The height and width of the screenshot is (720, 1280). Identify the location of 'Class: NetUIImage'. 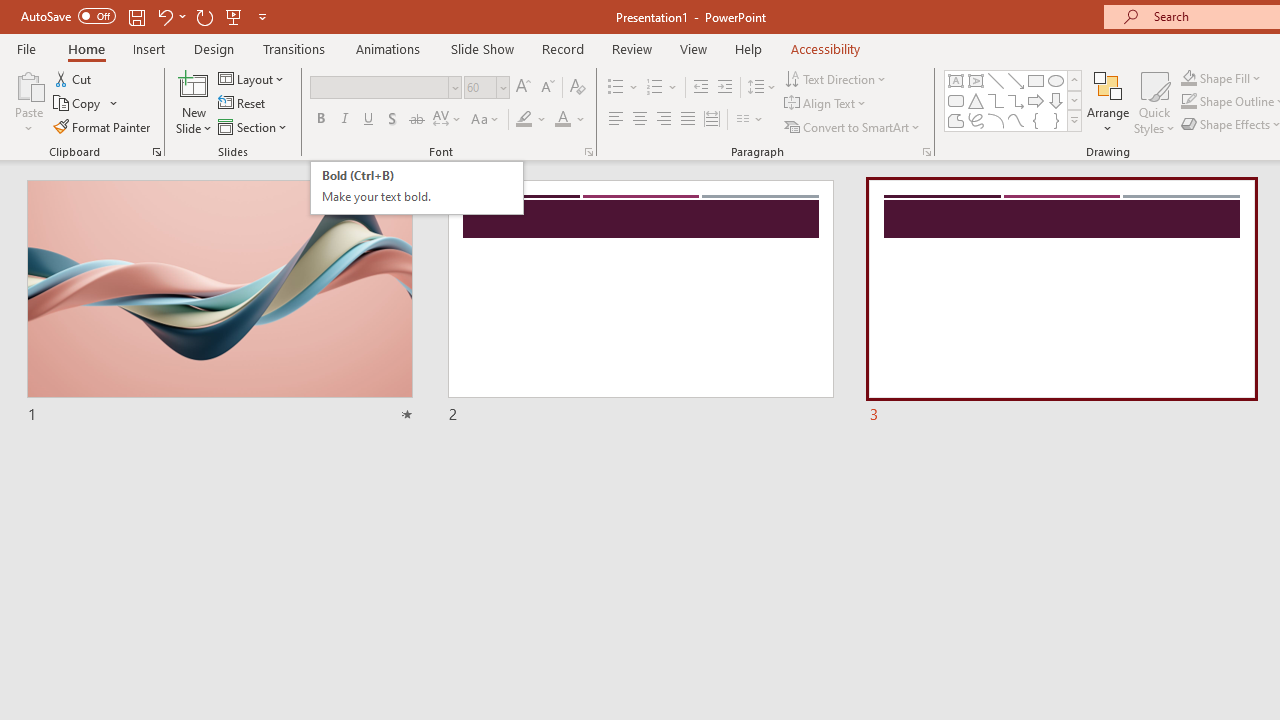
(1074, 120).